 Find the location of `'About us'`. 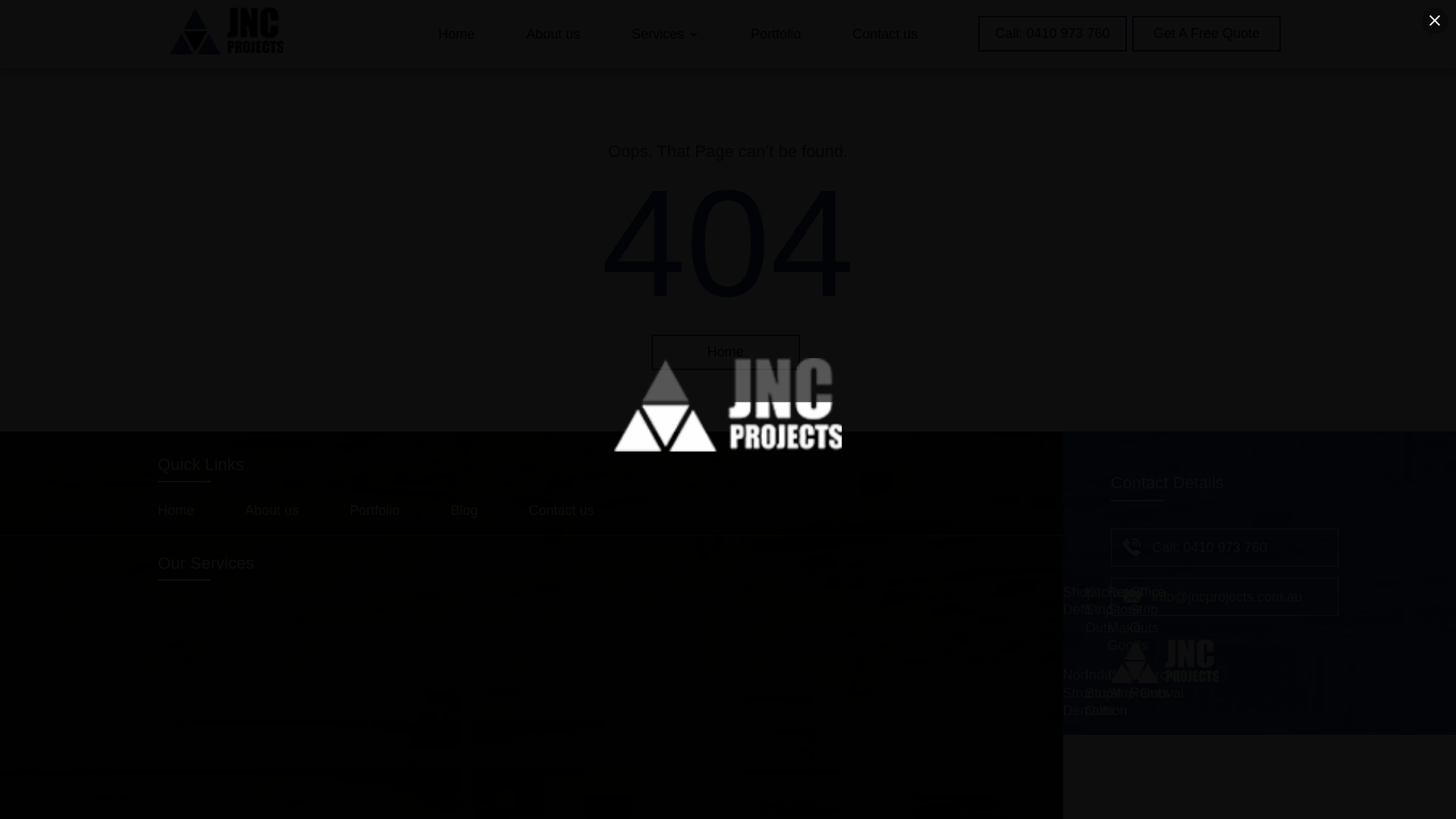

'About us' is located at coordinates (552, 34).